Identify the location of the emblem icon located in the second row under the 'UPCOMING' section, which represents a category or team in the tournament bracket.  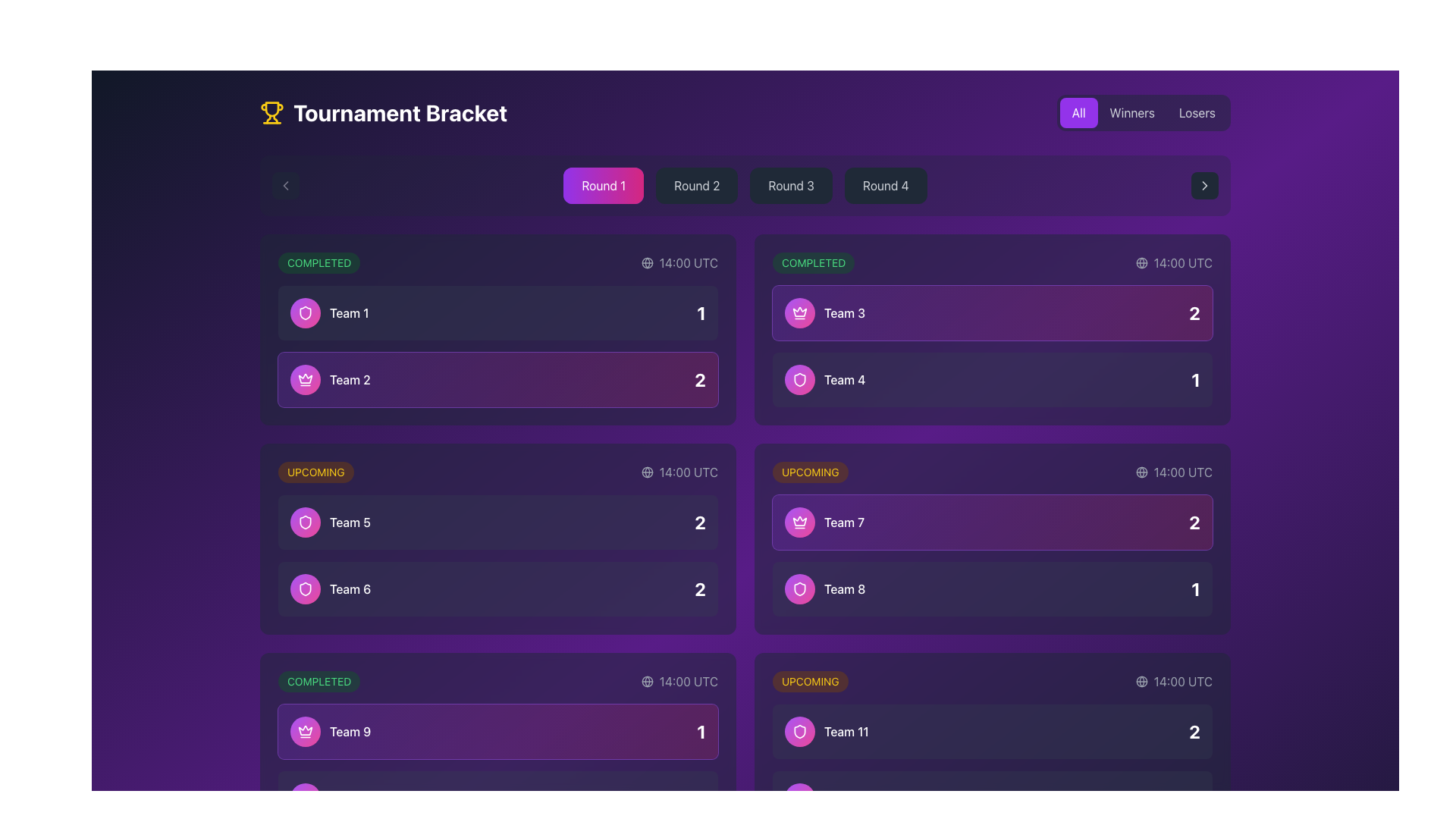
(305, 312).